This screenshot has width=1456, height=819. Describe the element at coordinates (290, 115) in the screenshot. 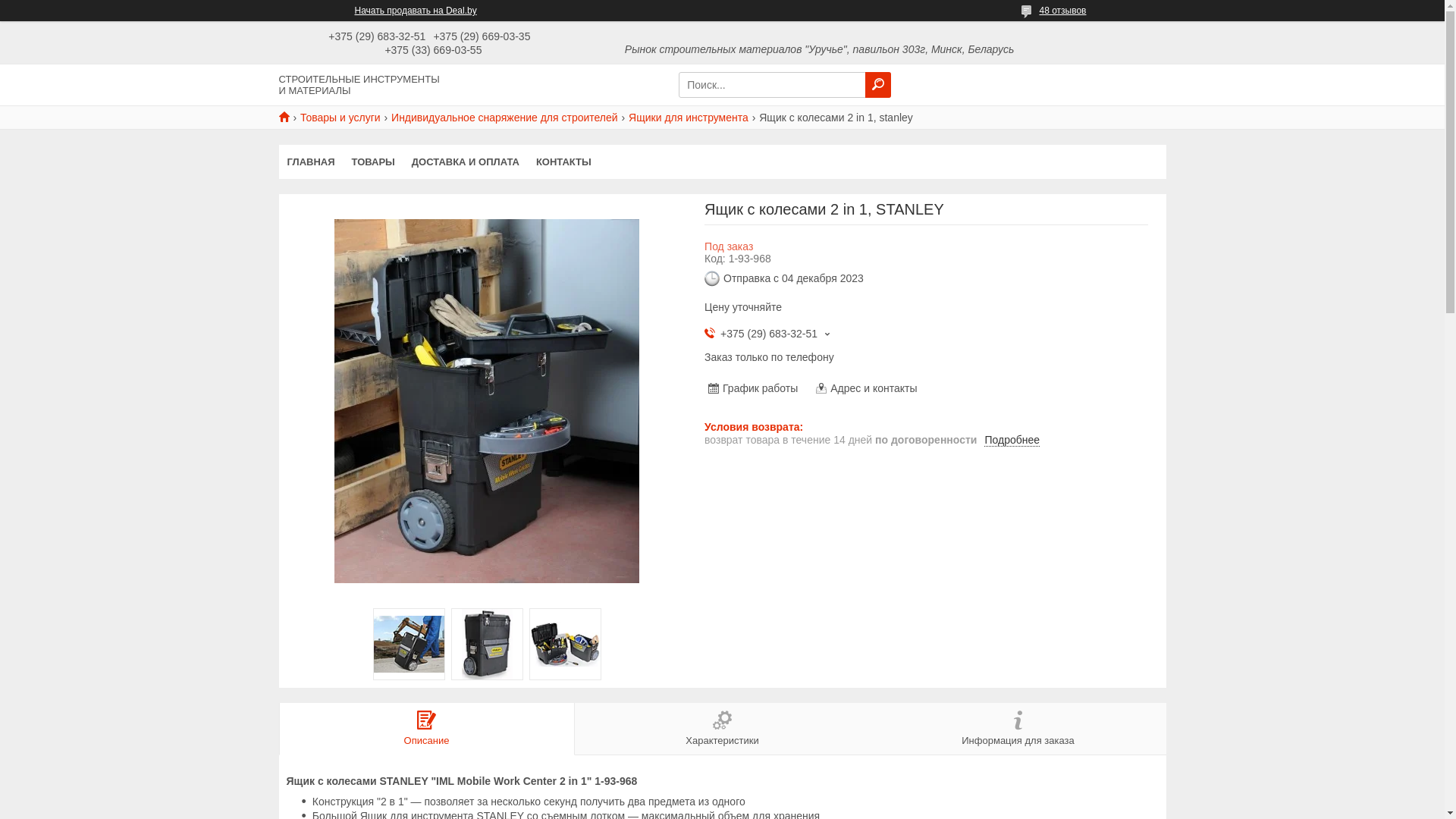

I see `'Stroimhatu.by'` at that location.